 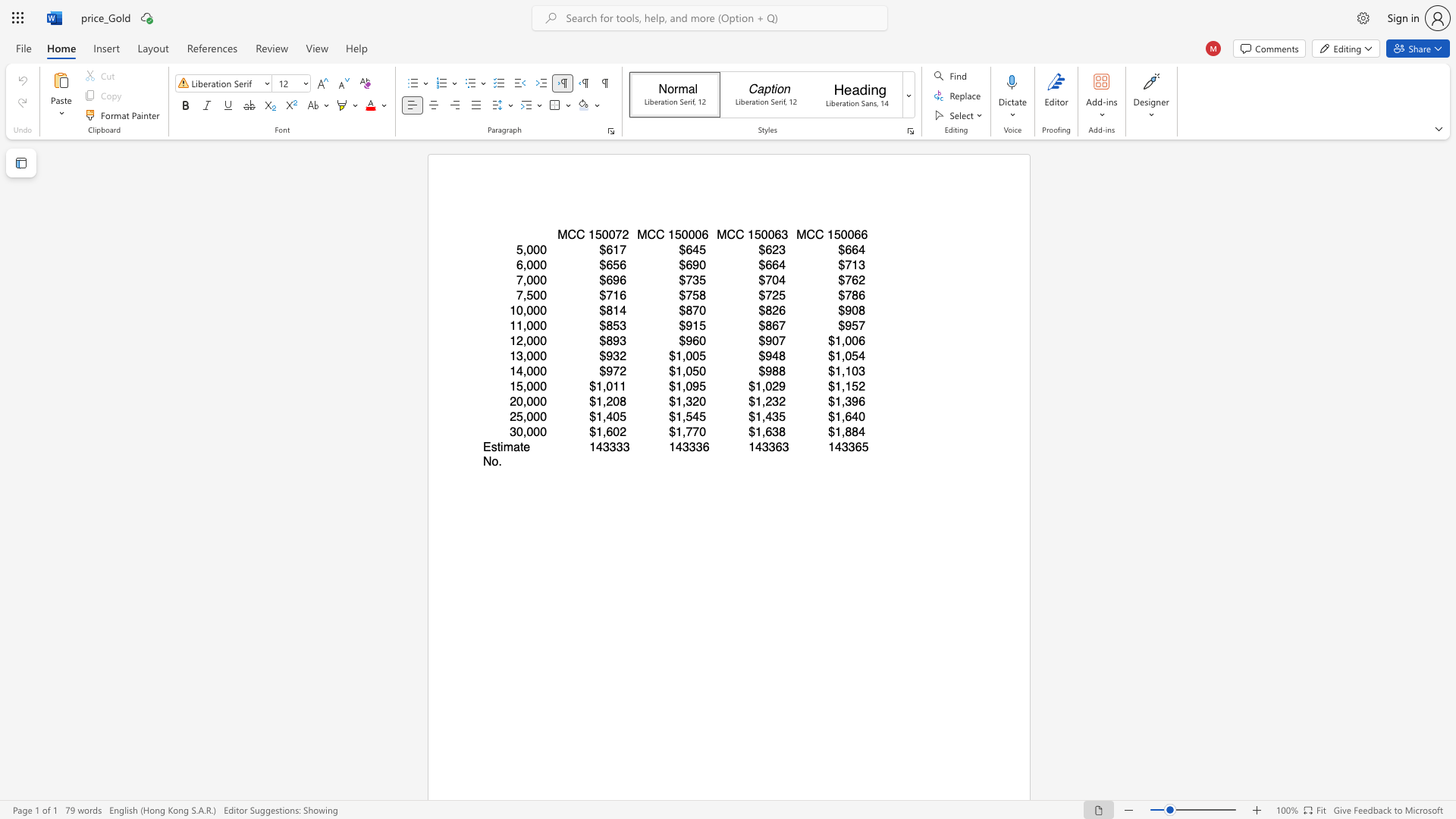 I want to click on the subset text "CC 1500" within the text "MCC 150072", so click(x=566, y=234).